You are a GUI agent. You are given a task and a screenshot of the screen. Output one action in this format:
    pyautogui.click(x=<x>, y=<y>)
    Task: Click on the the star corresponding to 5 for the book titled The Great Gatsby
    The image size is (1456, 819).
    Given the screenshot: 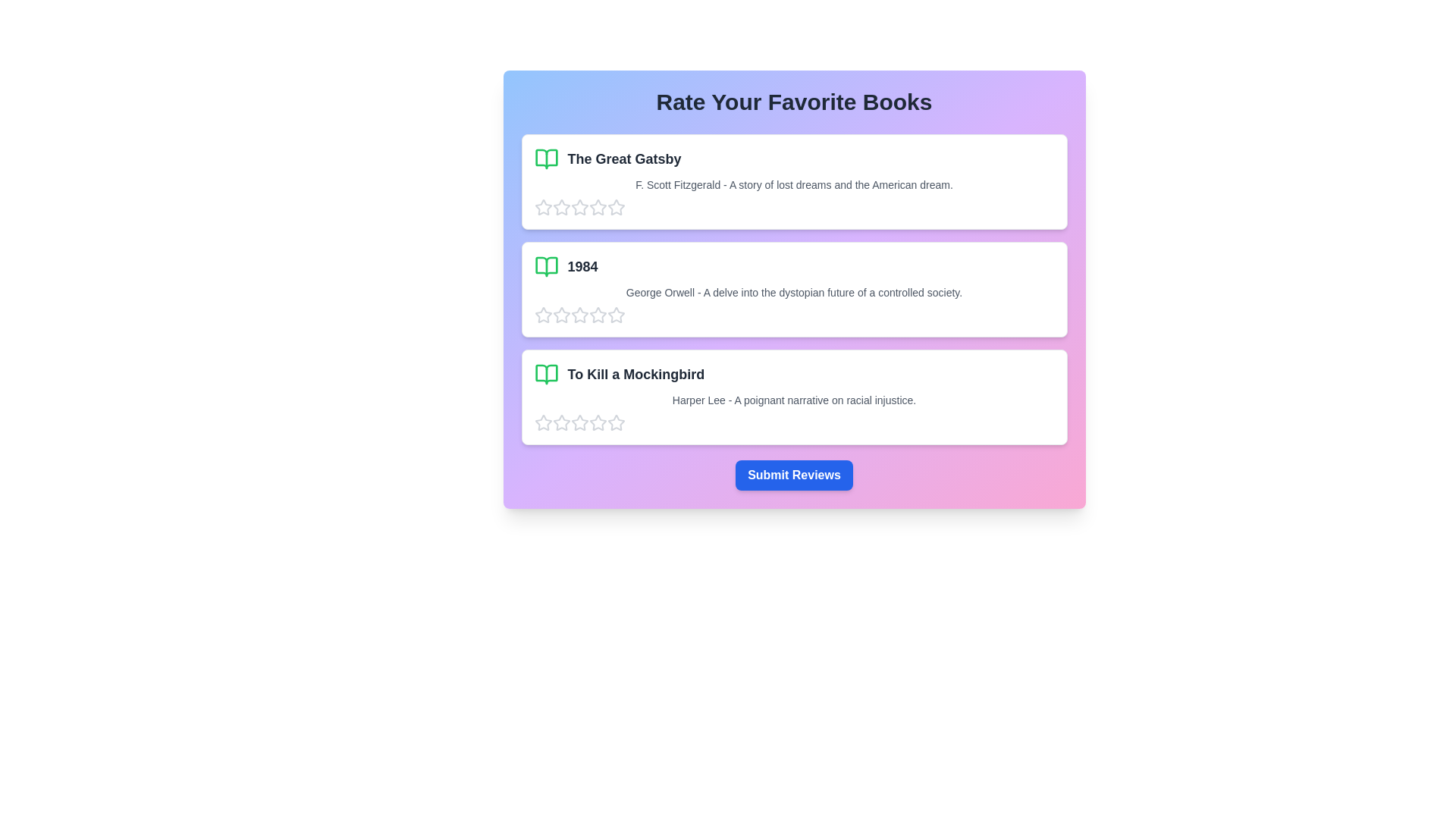 What is the action you would take?
    pyautogui.click(x=616, y=207)
    